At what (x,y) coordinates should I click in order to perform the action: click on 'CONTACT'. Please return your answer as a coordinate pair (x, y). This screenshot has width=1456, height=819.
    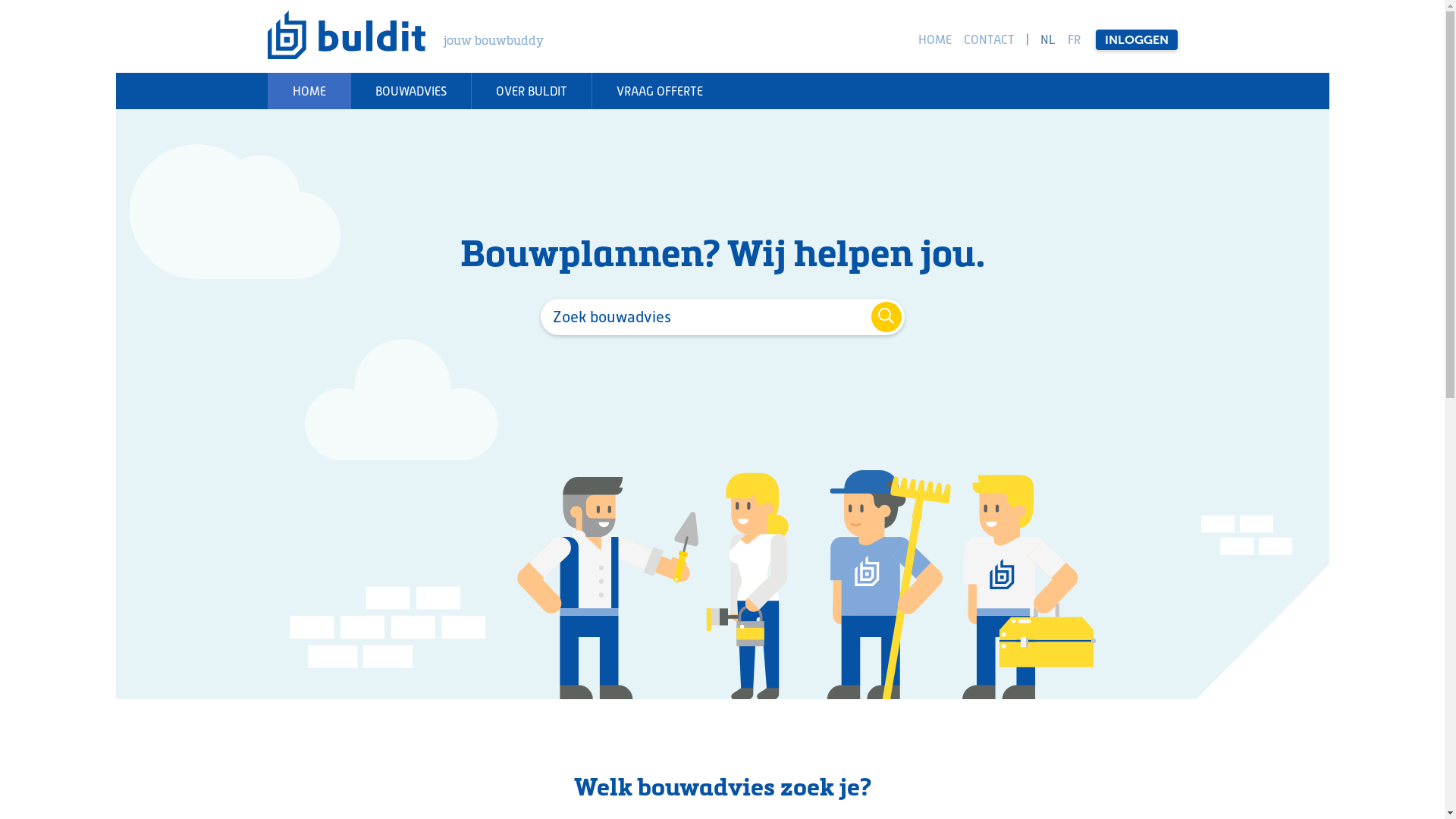
    Looking at the image, I should click on (988, 38).